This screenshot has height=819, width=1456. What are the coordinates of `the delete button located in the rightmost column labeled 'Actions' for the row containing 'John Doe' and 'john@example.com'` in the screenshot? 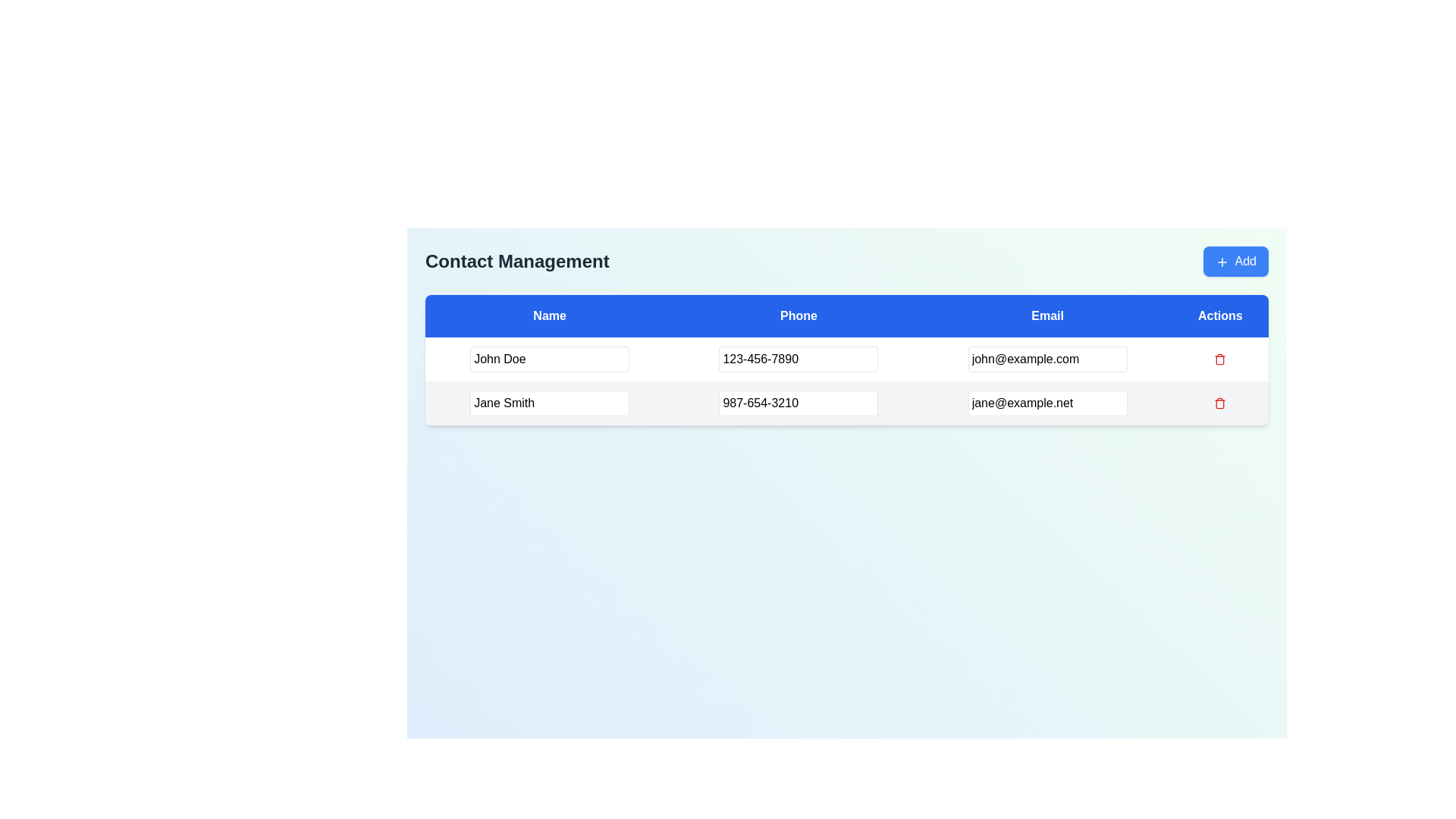 It's located at (1220, 359).